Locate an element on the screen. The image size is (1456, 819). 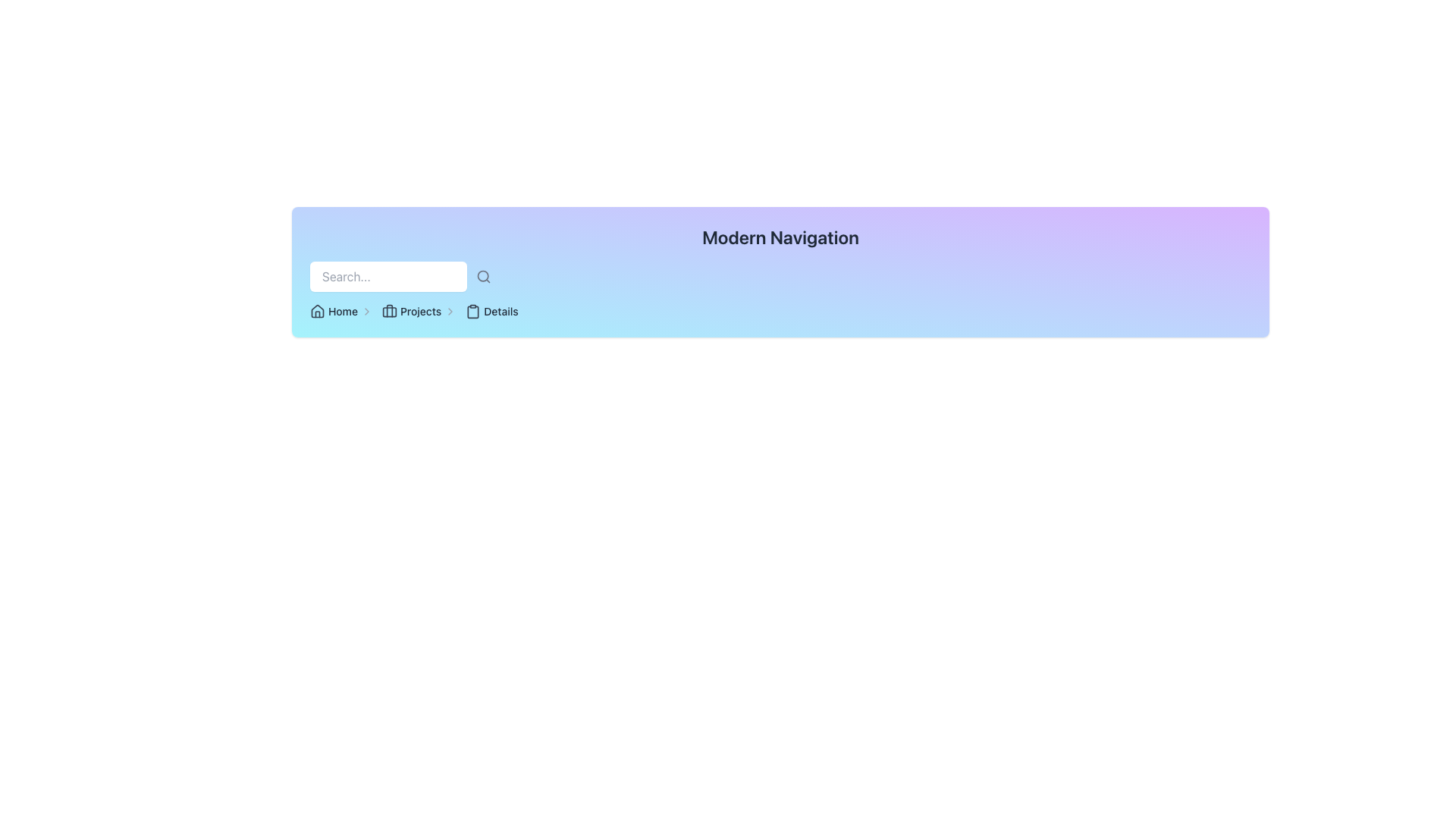
the text label displaying 'Modern Navigation' which is styled prominently with a bold, large, dark gray font on a colorful gradient background is located at coordinates (780, 237).